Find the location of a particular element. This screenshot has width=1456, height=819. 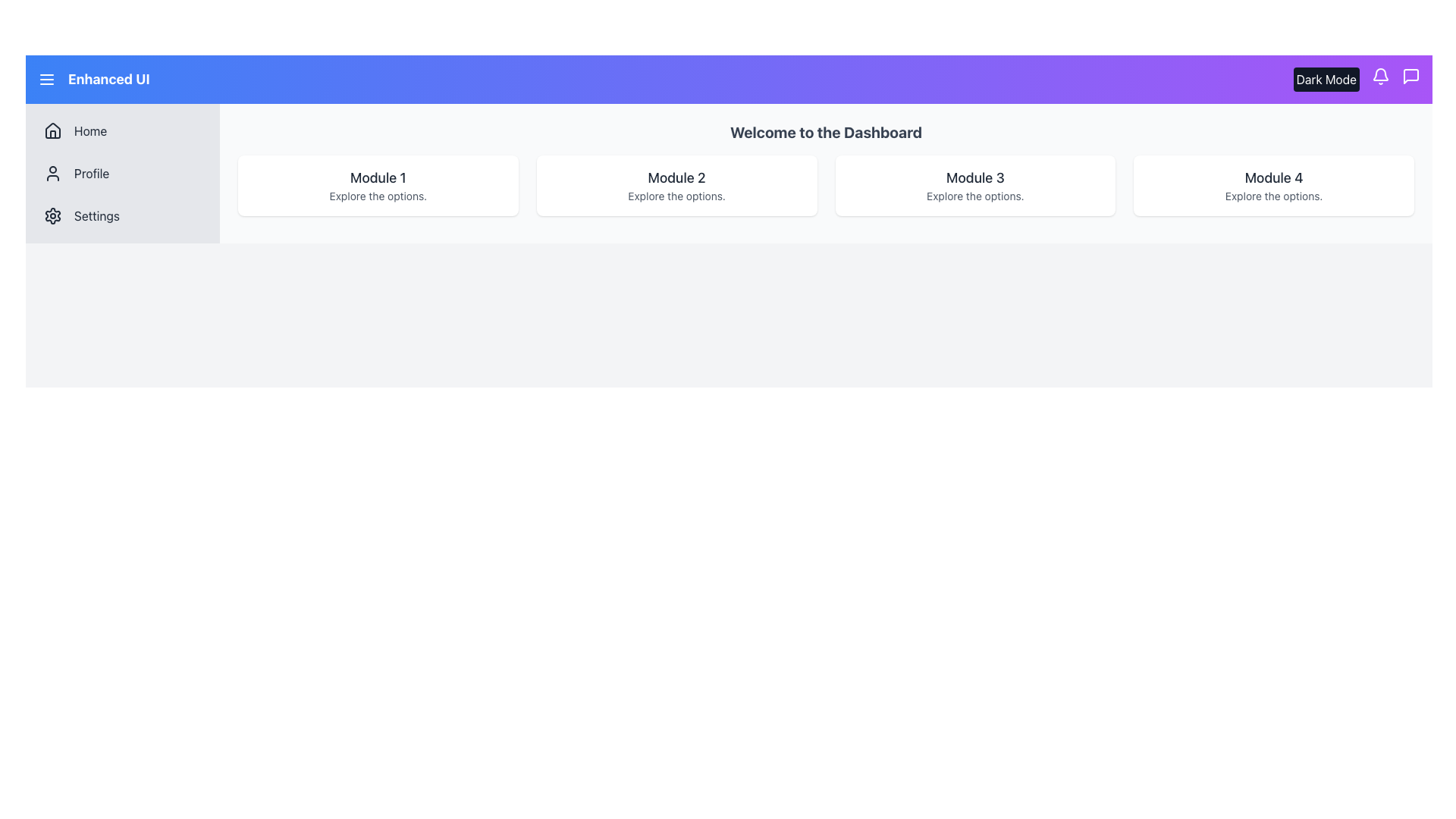

any item in the vertical navigation menu, which includes 'Home', 'Profile', and 'Settings' is located at coordinates (123, 172).